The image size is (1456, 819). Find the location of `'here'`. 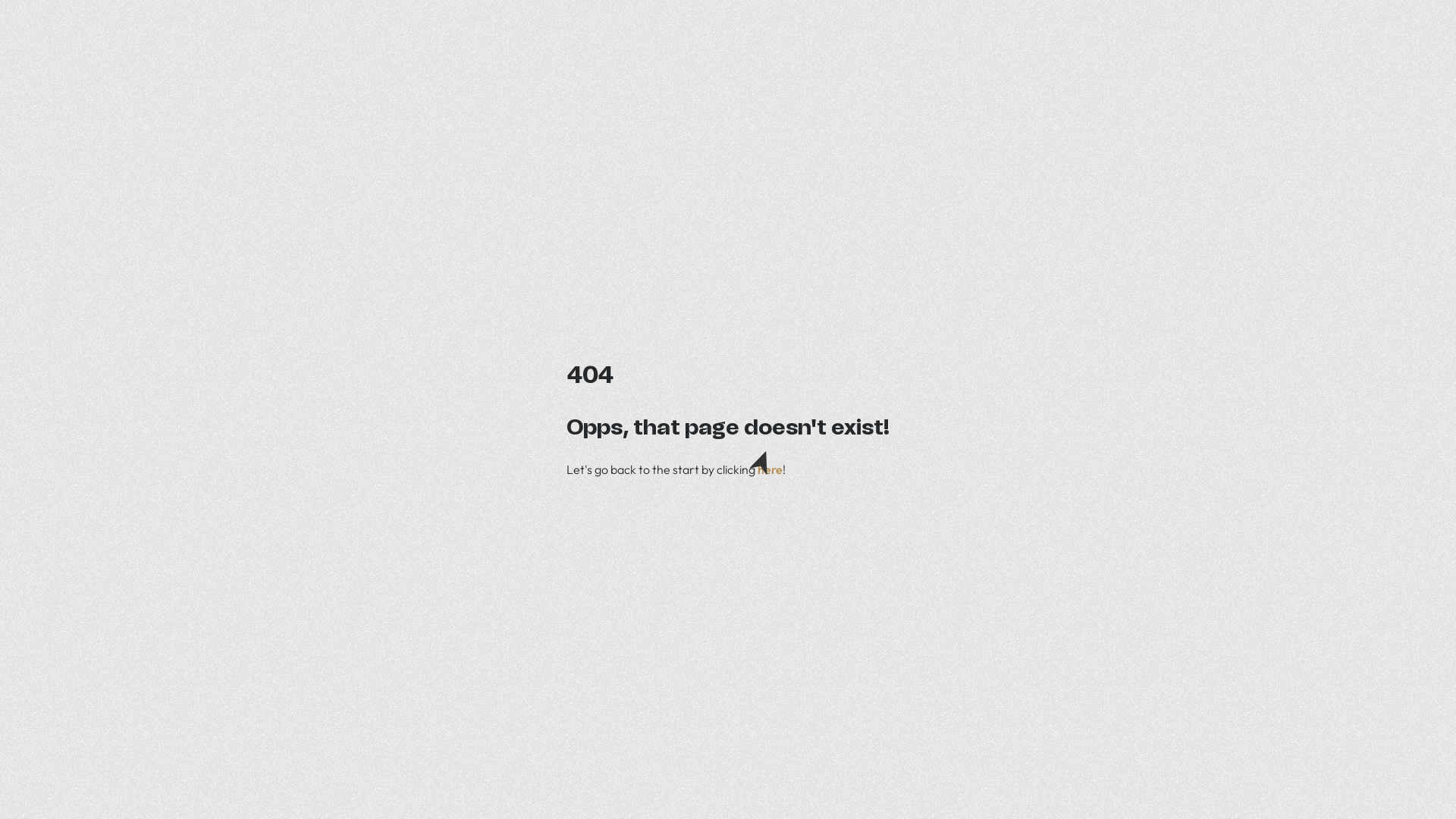

'here' is located at coordinates (757, 468).